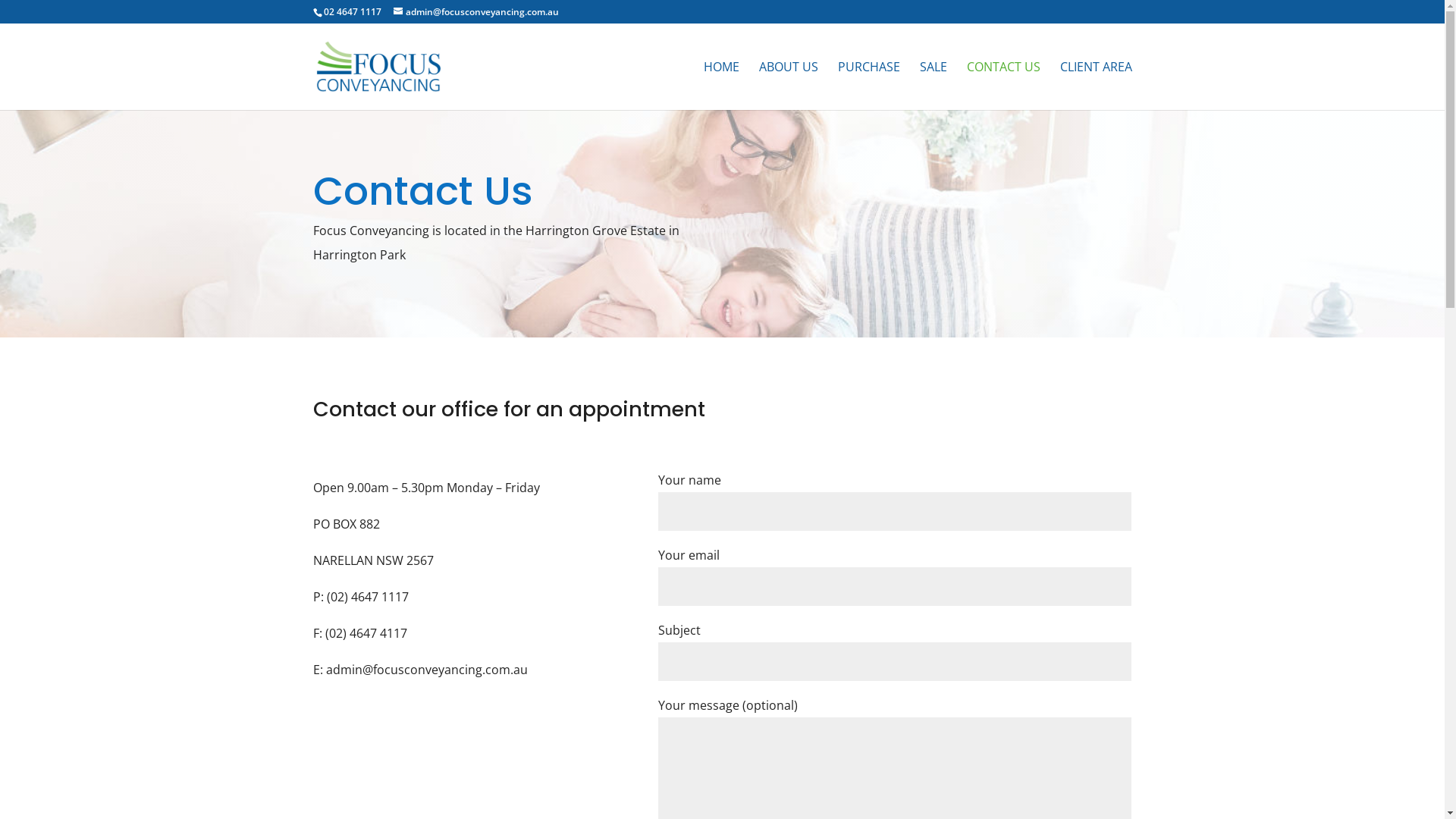 This screenshot has width=1456, height=819. Describe the element at coordinates (720, 85) in the screenshot. I see `'HOME'` at that location.